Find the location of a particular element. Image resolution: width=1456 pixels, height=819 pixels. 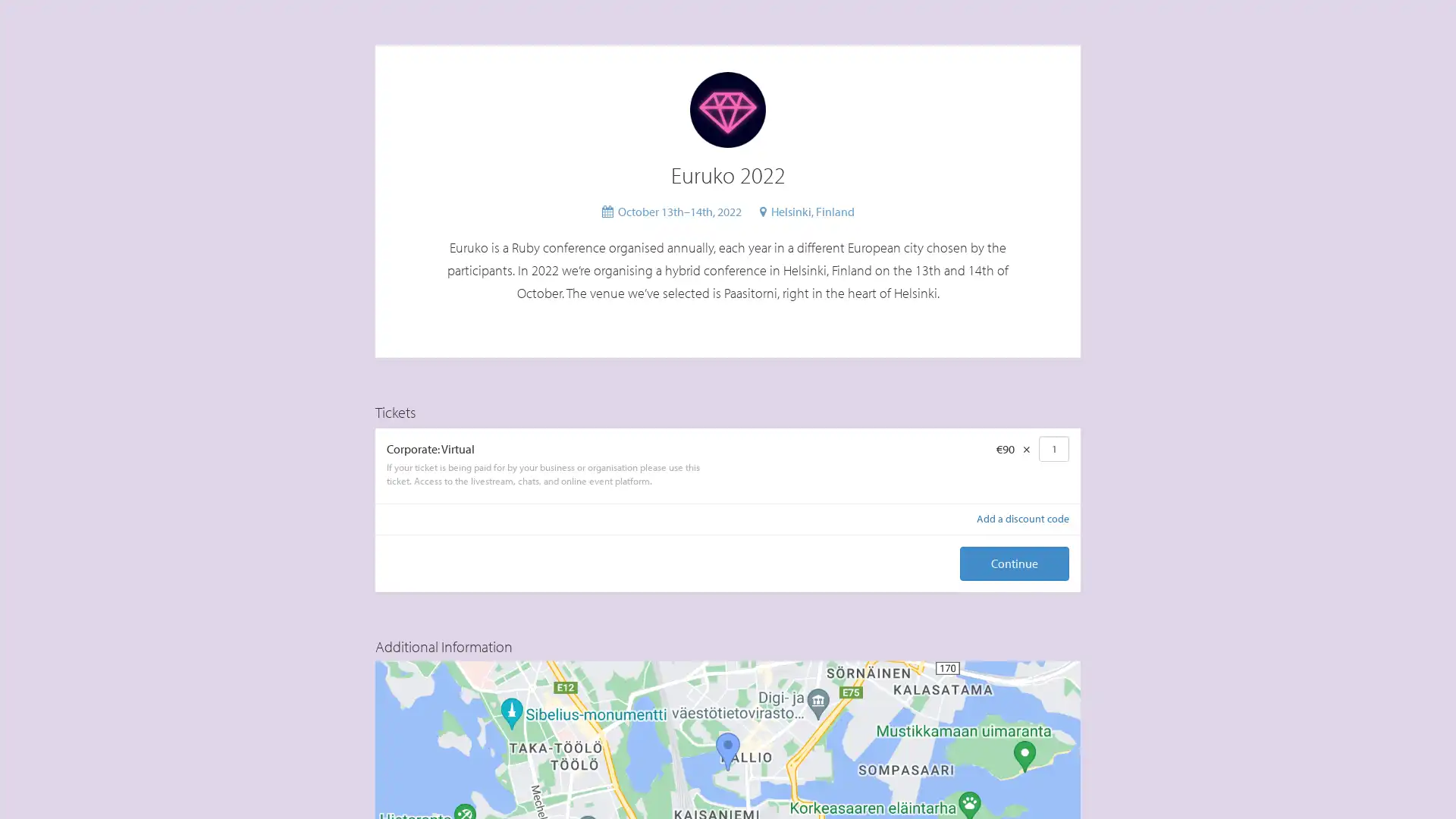

Continue is located at coordinates (1015, 563).